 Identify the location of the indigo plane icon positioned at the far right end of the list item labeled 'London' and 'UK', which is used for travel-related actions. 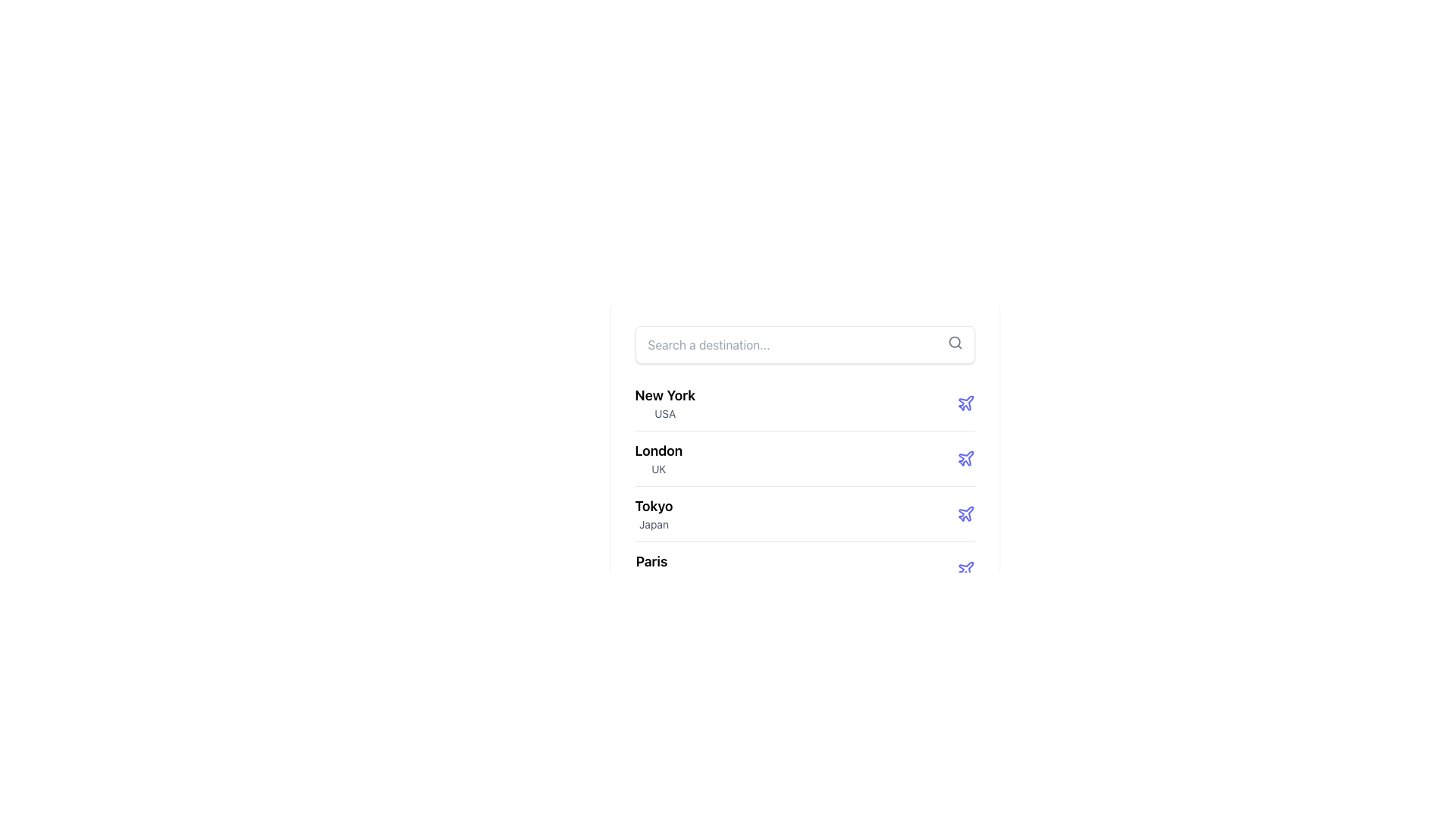
(965, 458).